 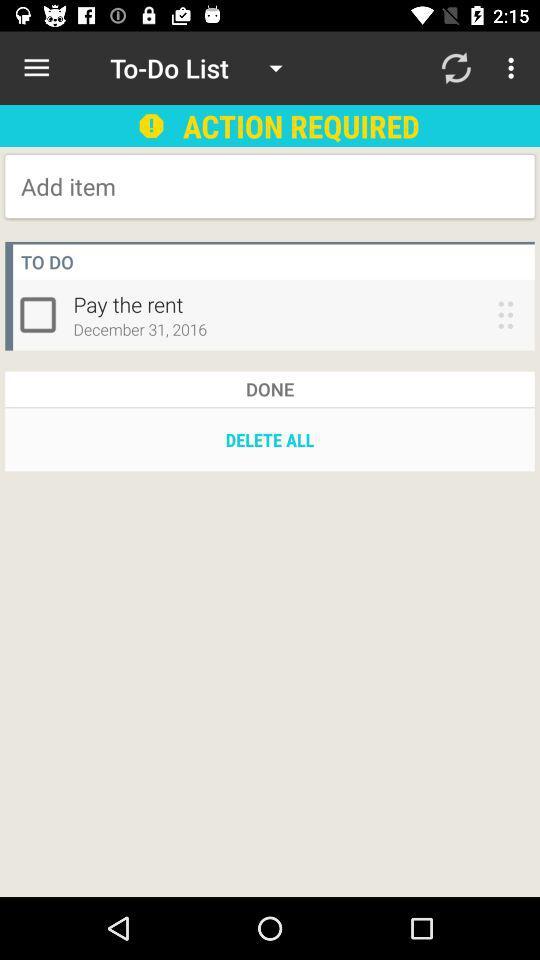 I want to click on item, so click(x=181, y=186).